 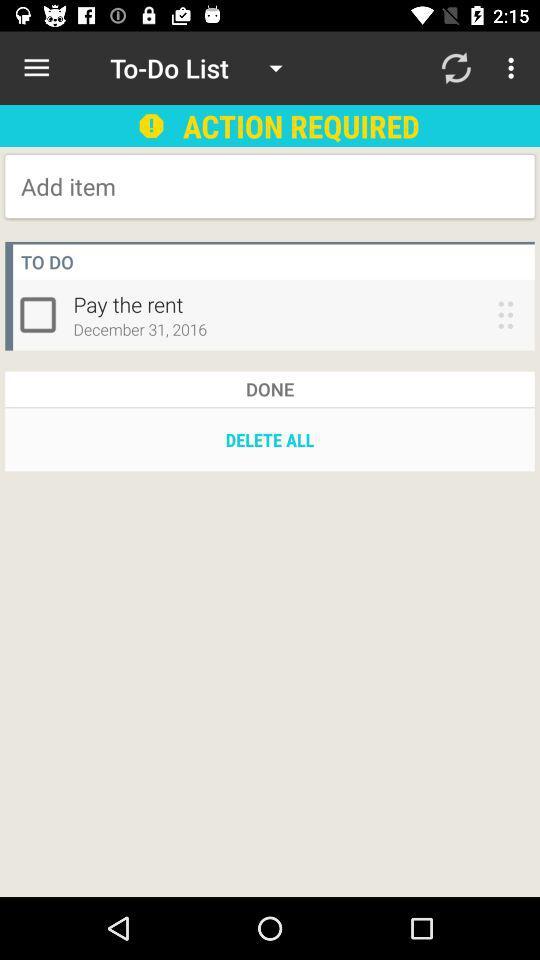 I want to click on item, so click(x=181, y=186).